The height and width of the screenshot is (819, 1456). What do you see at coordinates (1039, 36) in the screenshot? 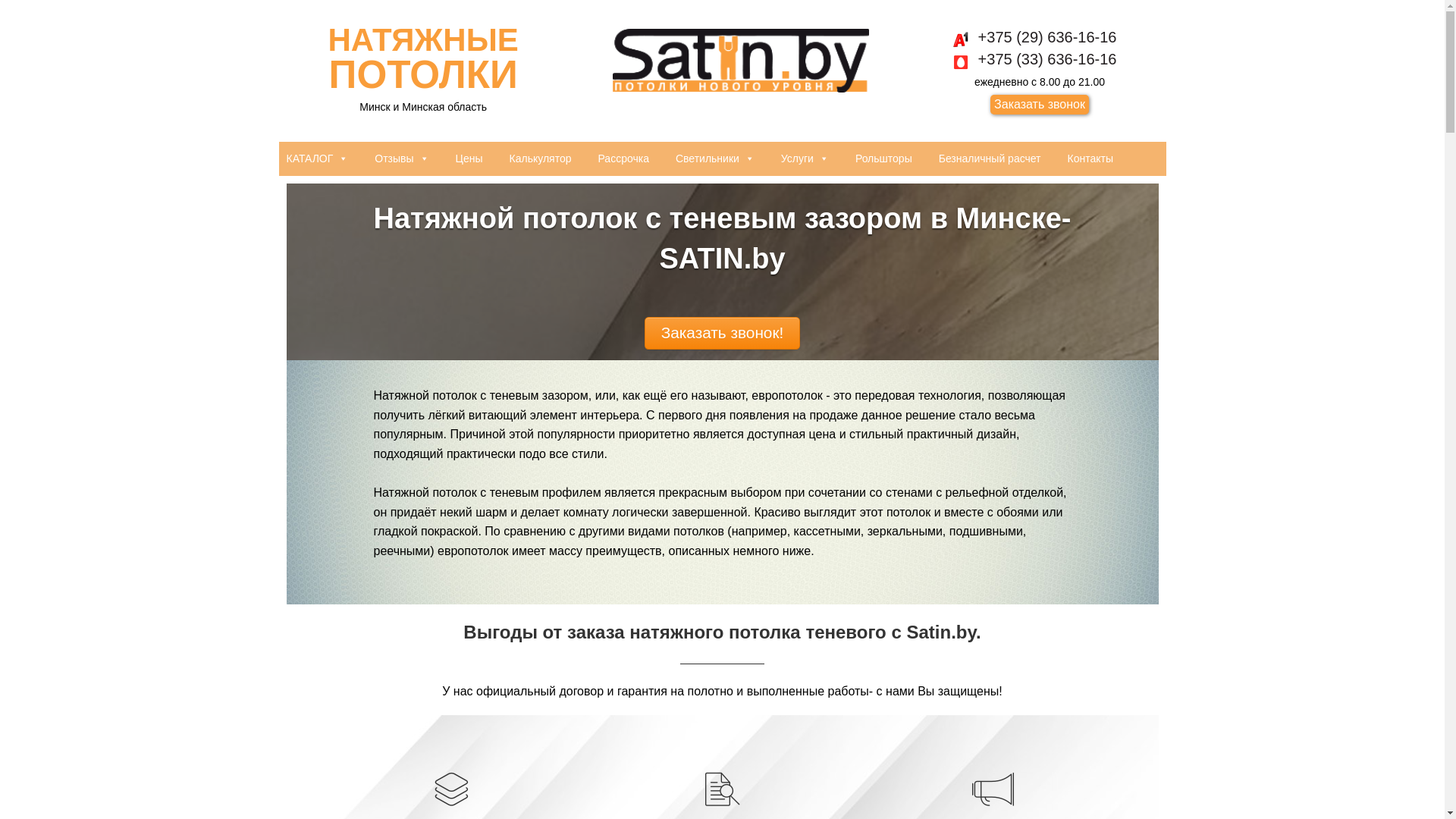
I see `'+375 (29) 636-16-16'` at bounding box center [1039, 36].